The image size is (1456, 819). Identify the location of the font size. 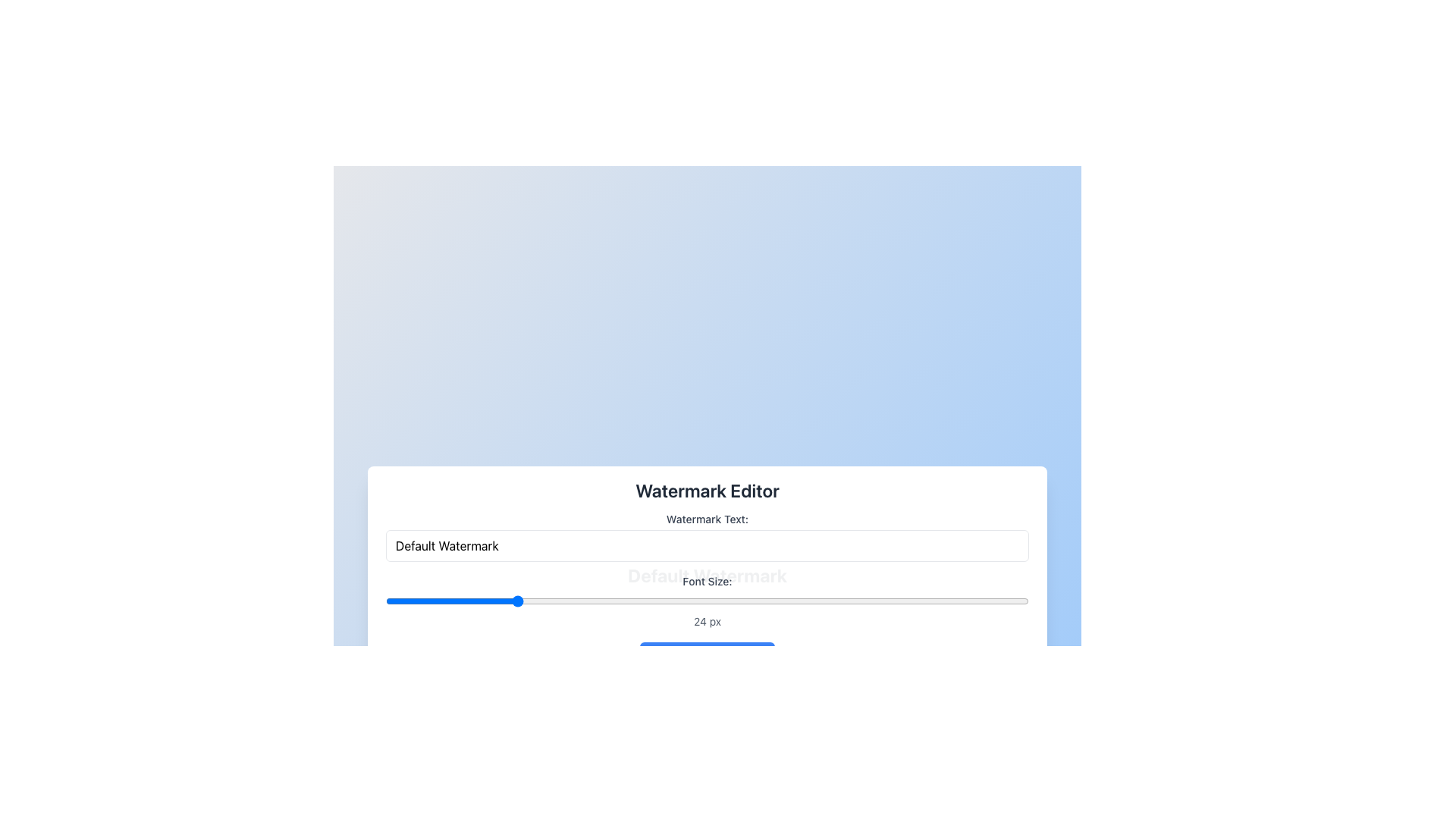
(762, 601).